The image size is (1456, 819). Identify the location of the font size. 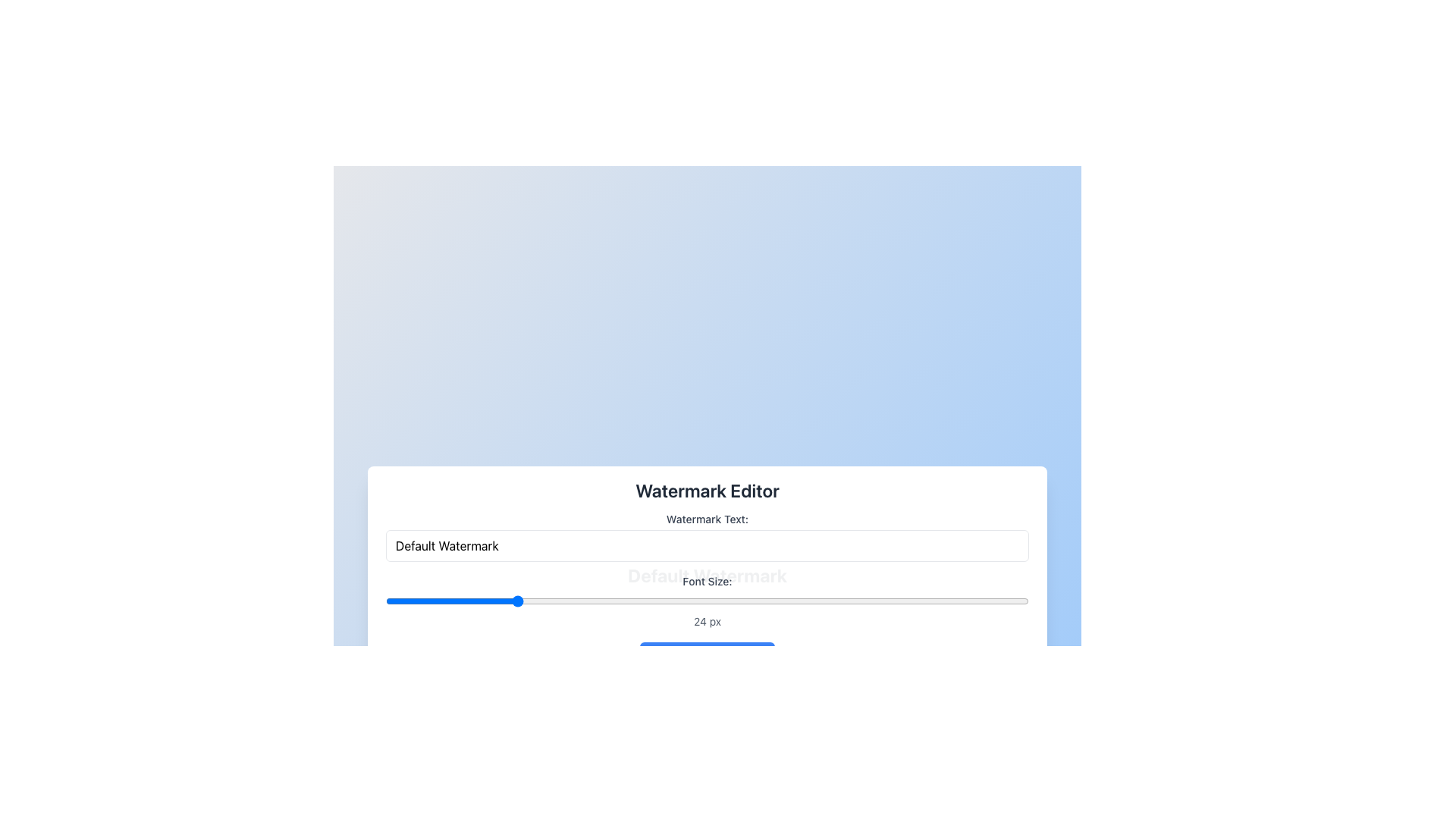
(762, 601).